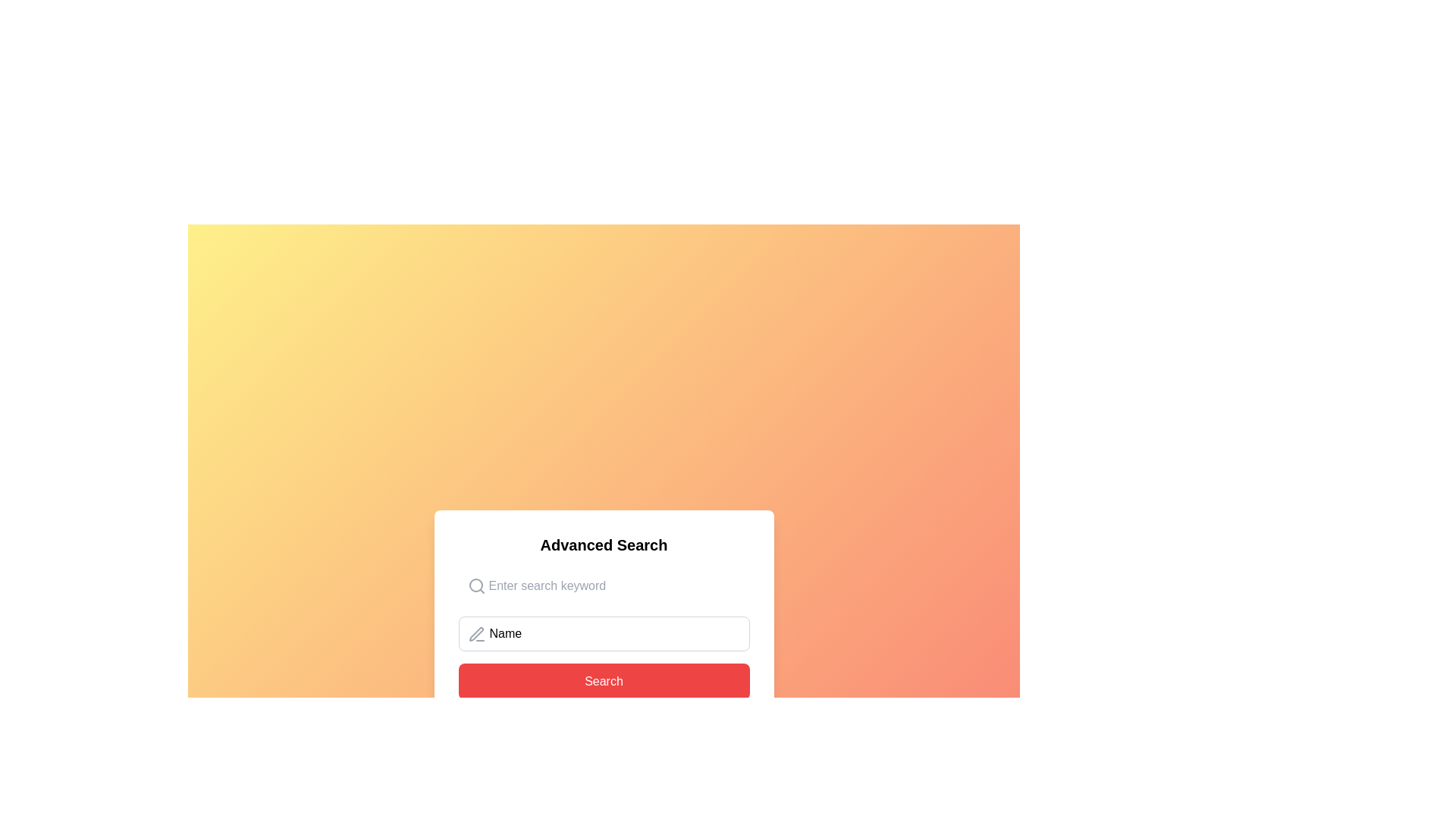  What do you see at coordinates (475, 585) in the screenshot?
I see `the search icon located on the far left of the search input field, adjacent to the placeholder text 'Enter search keyword.'` at bounding box center [475, 585].